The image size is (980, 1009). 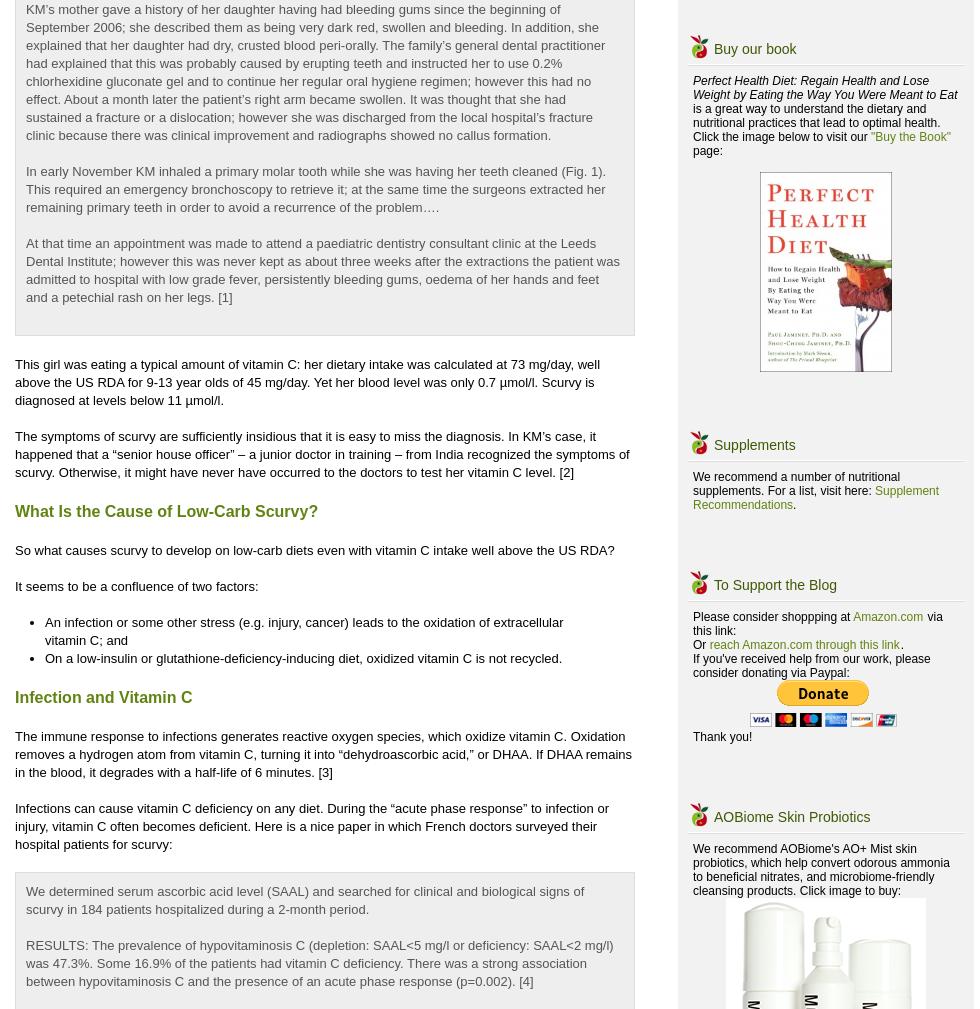 I want to click on 'We determined serum ascorbic acid level (SAAL) and searched for clinical and biological signs of scurvy in 184 patients hospitalized during a 2-month period.', so click(x=25, y=900).